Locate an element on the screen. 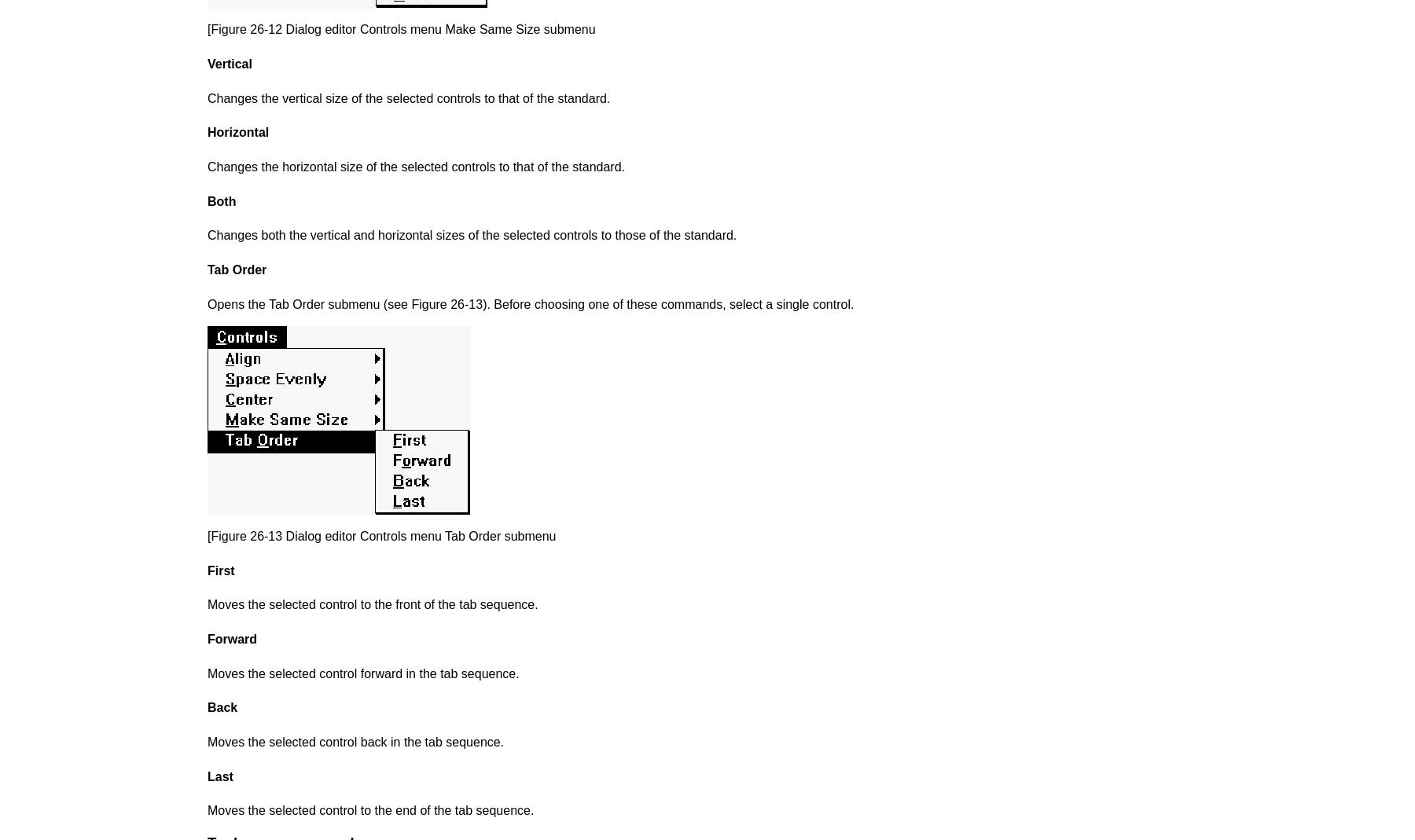 This screenshot has width=1415, height=840. 'Last' is located at coordinates (207, 776).